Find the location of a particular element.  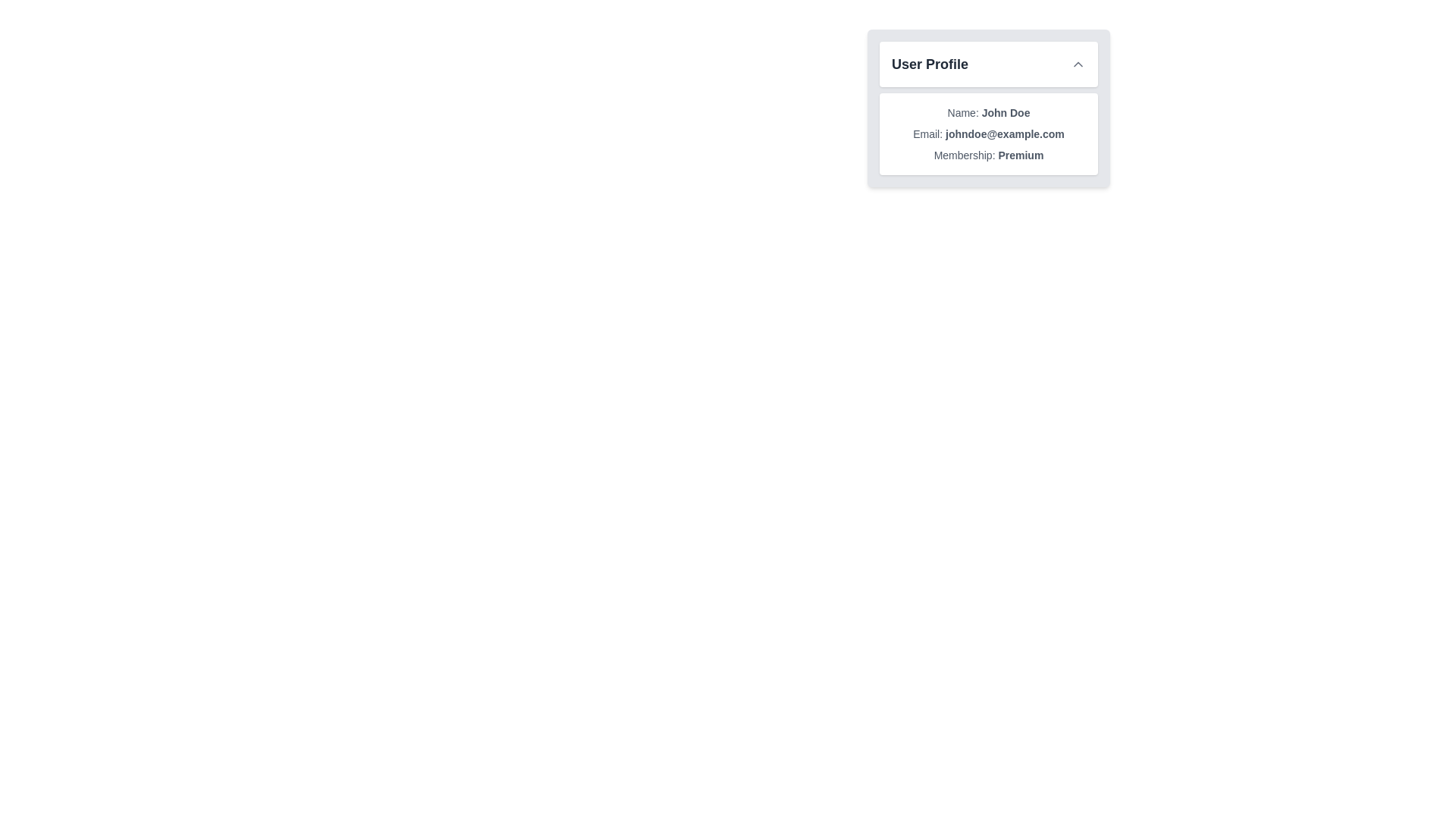

the Membership type indicator label located within the 'User Profile' card, positioned below the 'Email' field and to the right of the 'Membership:' text is located at coordinates (1021, 155).